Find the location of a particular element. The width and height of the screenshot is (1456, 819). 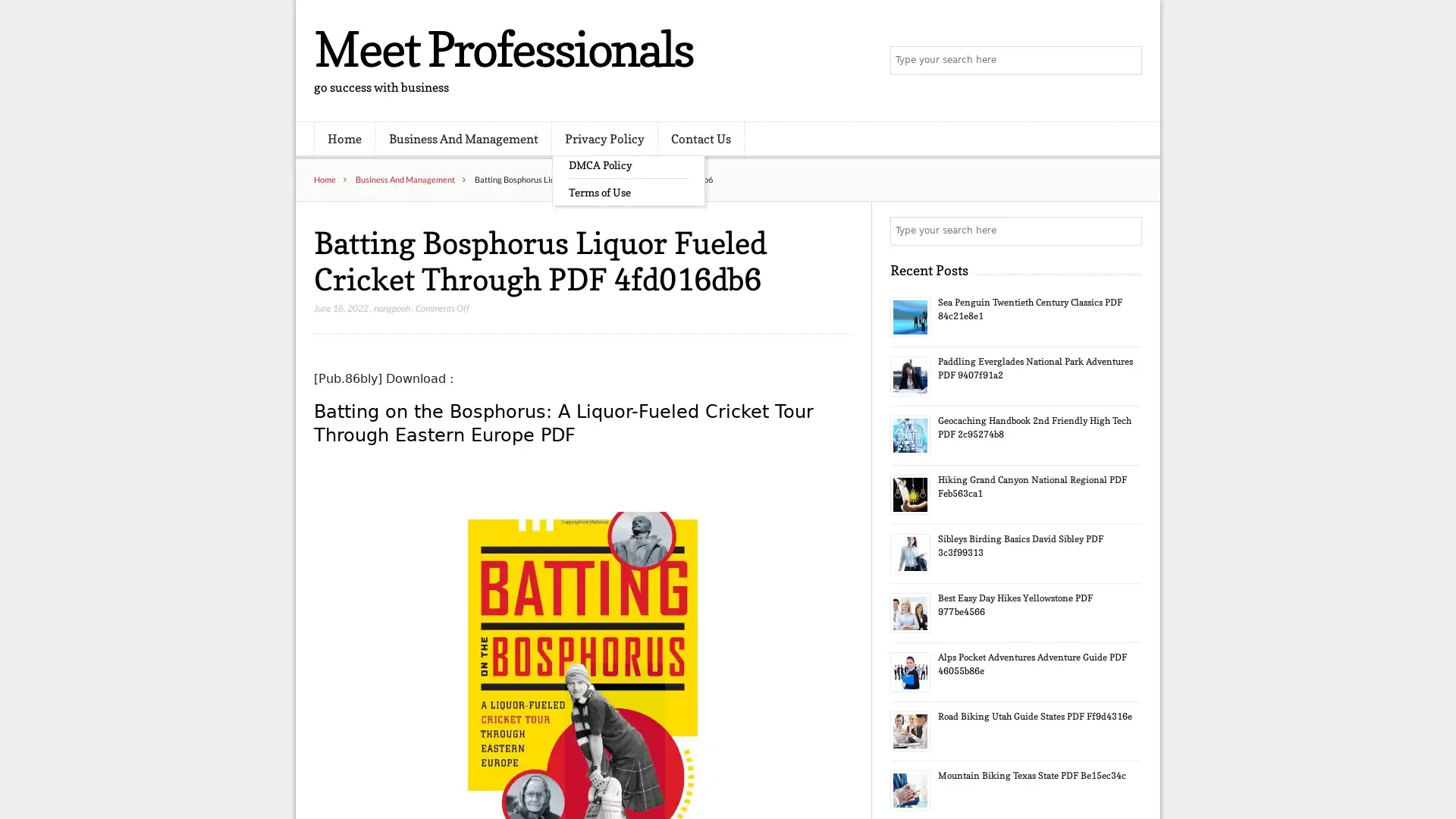

Search is located at coordinates (1126, 231).